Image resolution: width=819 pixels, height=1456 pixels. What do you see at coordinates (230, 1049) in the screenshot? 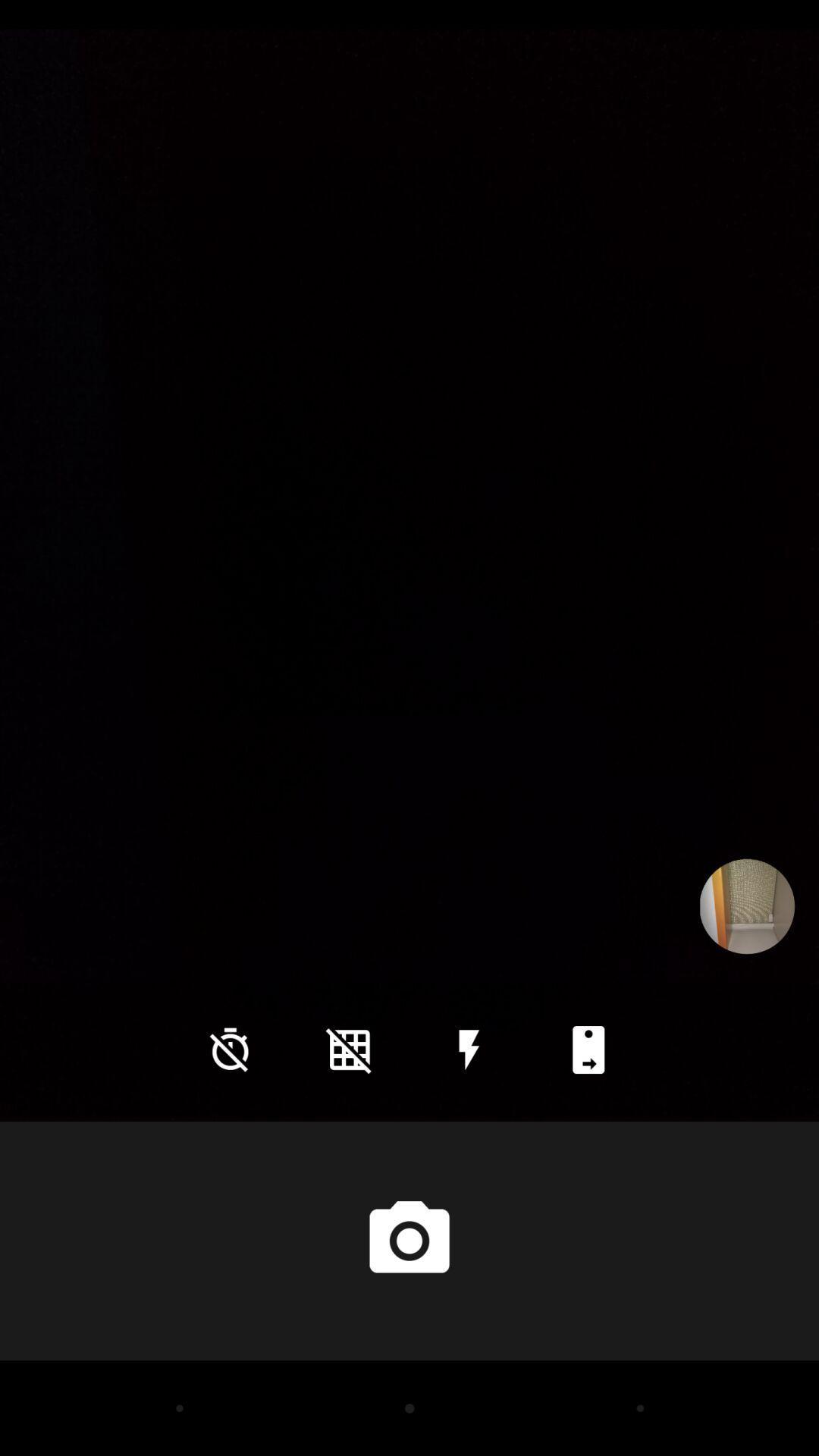
I see `the time icon` at bounding box center [230, 1049].